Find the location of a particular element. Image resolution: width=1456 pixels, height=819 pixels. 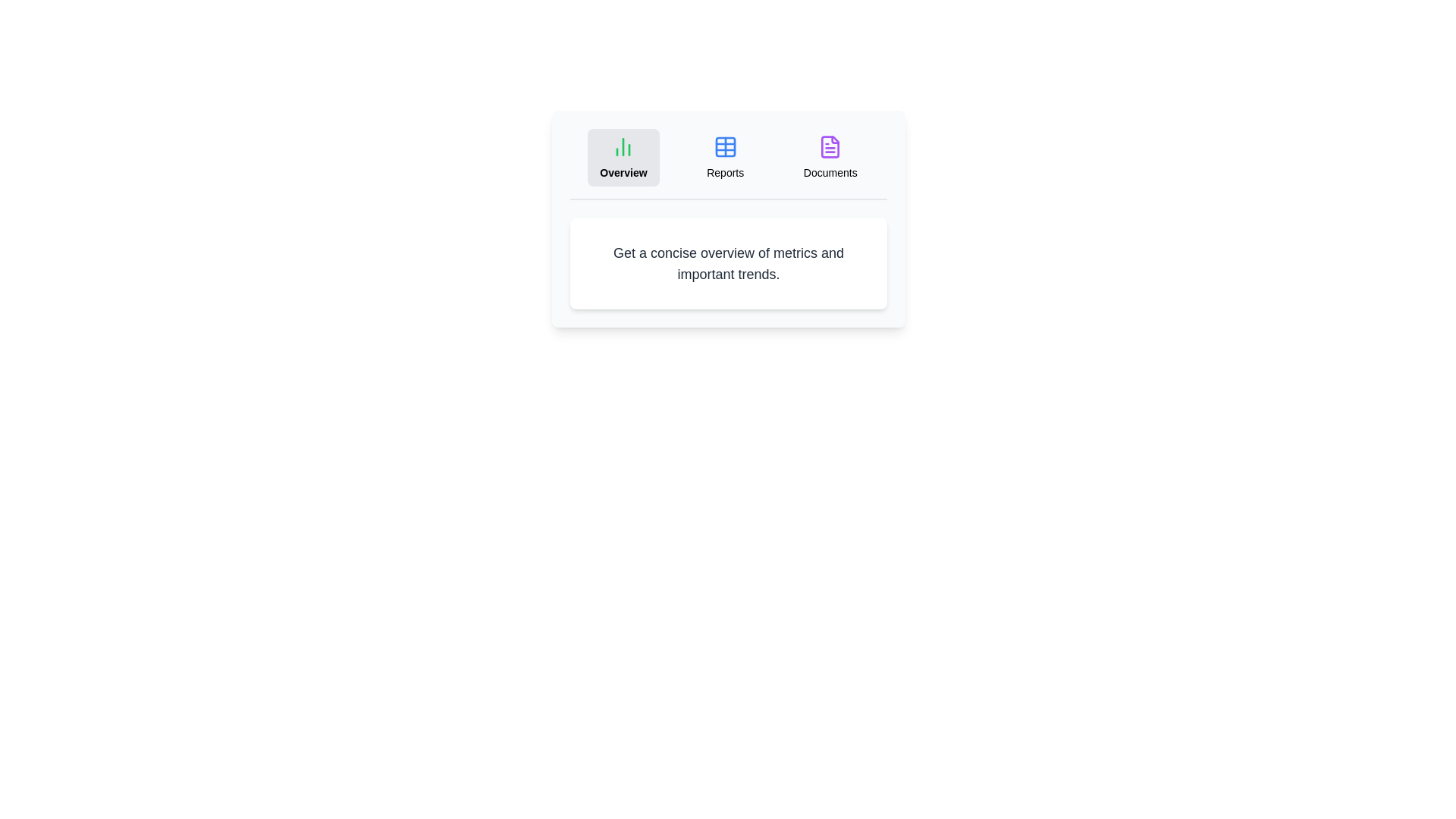

the Documents tab button to switch to the corresponding tab is located at coordinates (829, 158).